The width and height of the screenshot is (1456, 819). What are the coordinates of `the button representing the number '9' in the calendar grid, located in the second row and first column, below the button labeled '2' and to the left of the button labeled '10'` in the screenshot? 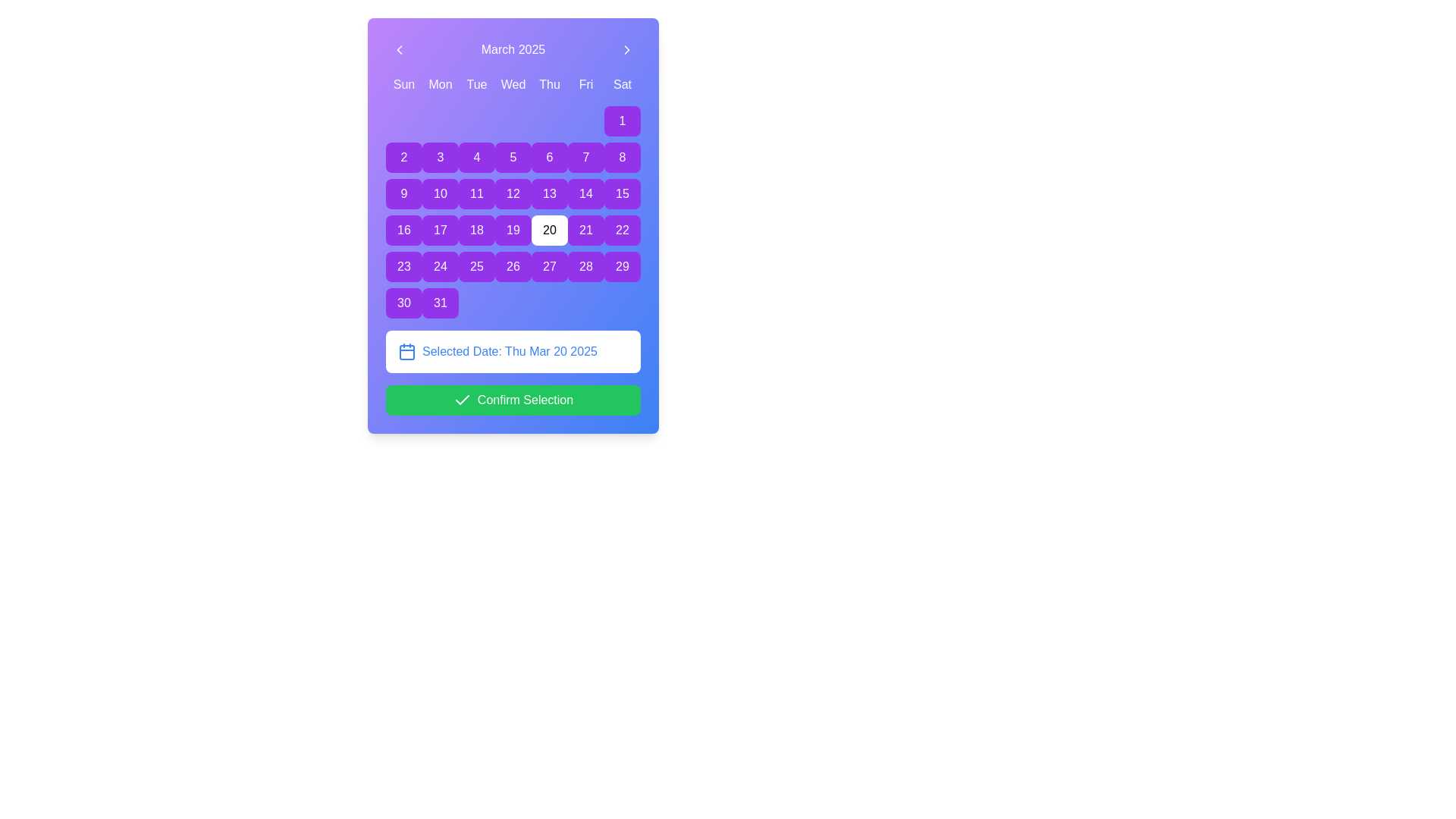 It's located at (403, 193).